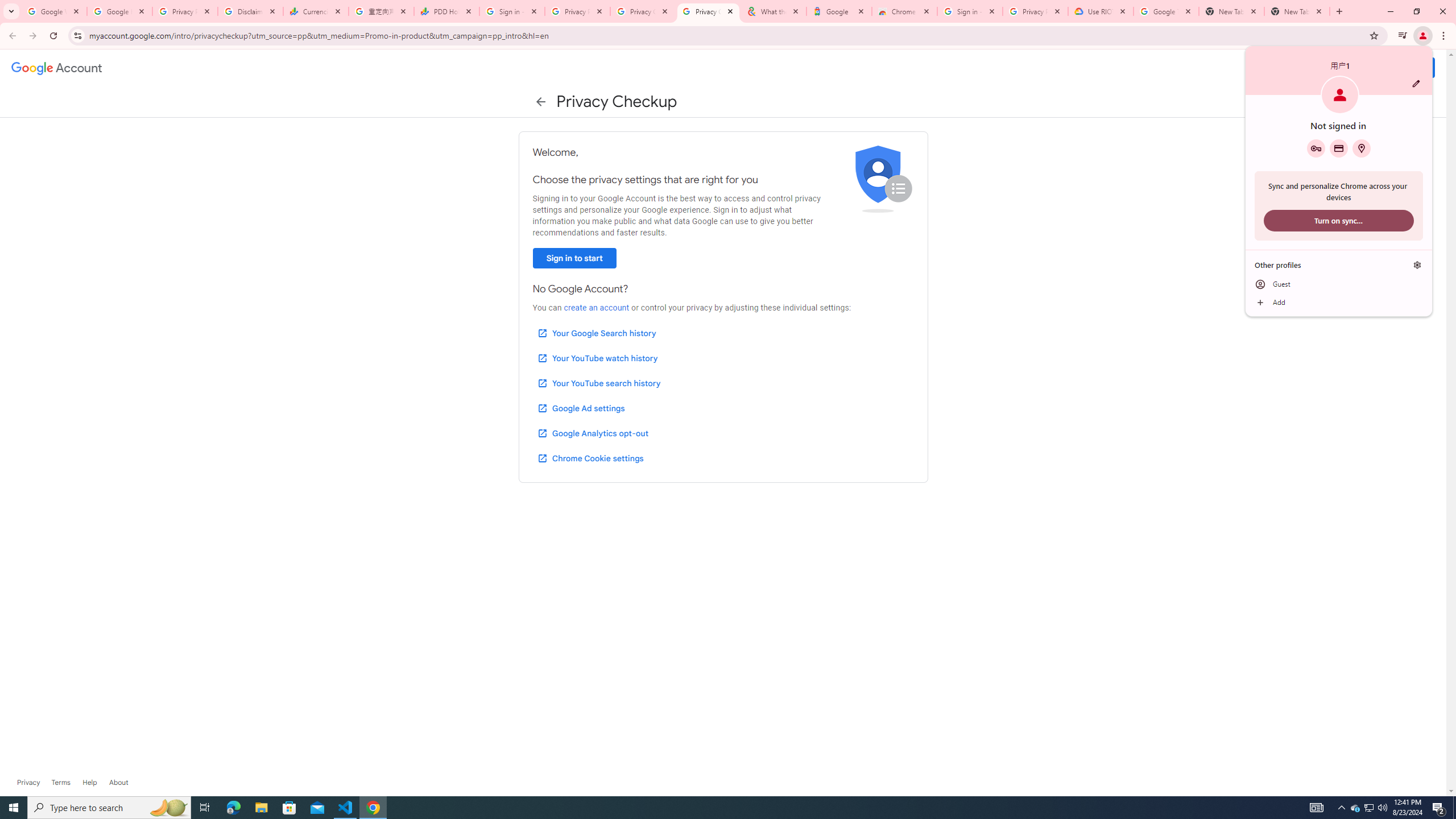  I want to click on 'Manage profiles', so click(1417, 265).